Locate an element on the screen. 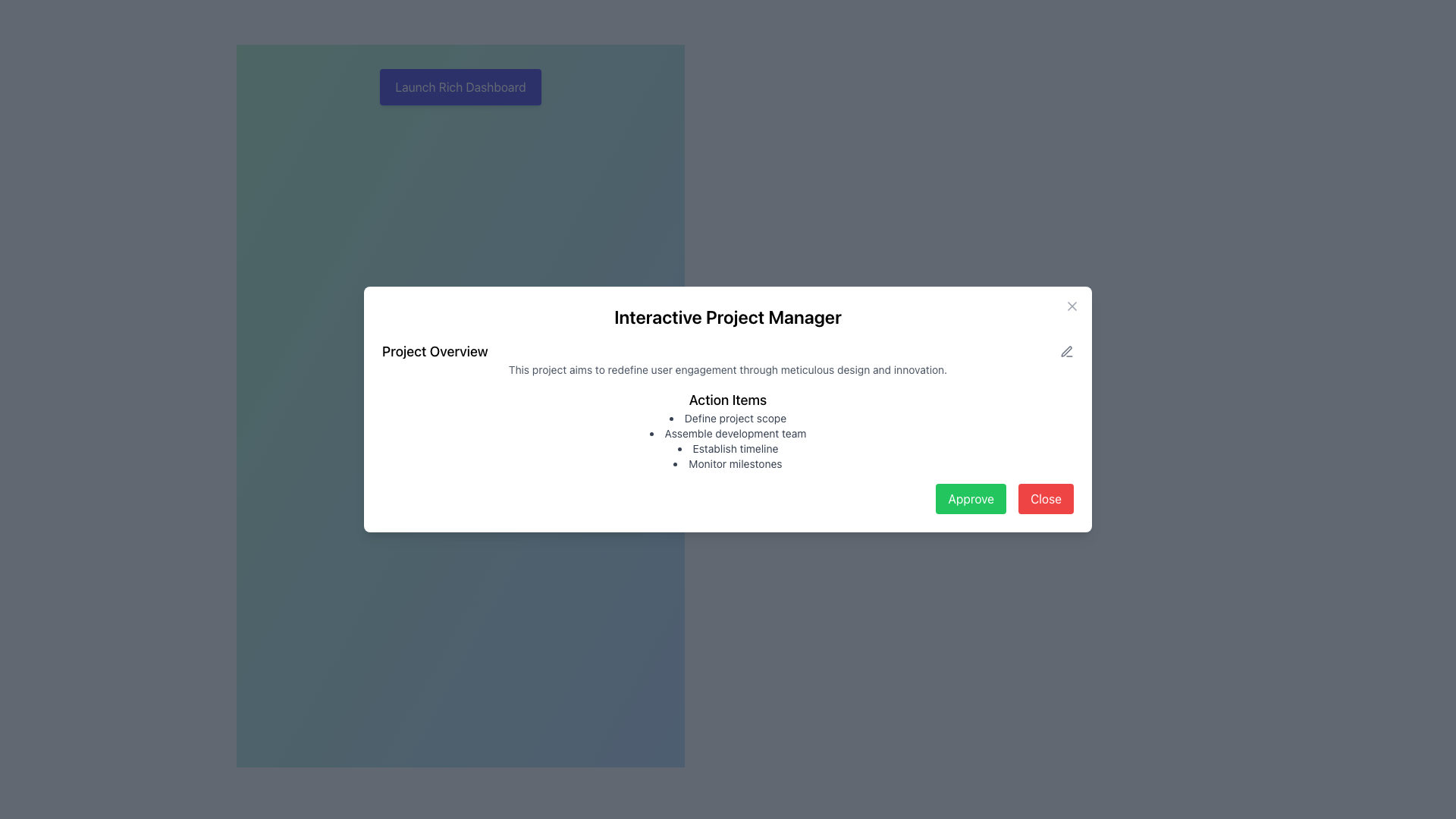 Image resolution: width=1456 pixels, height=819 pixels. the bulleted items in the Informational panel located in the 'Interactive Project Manager' modal dialog is located at coordinates (728, 427).